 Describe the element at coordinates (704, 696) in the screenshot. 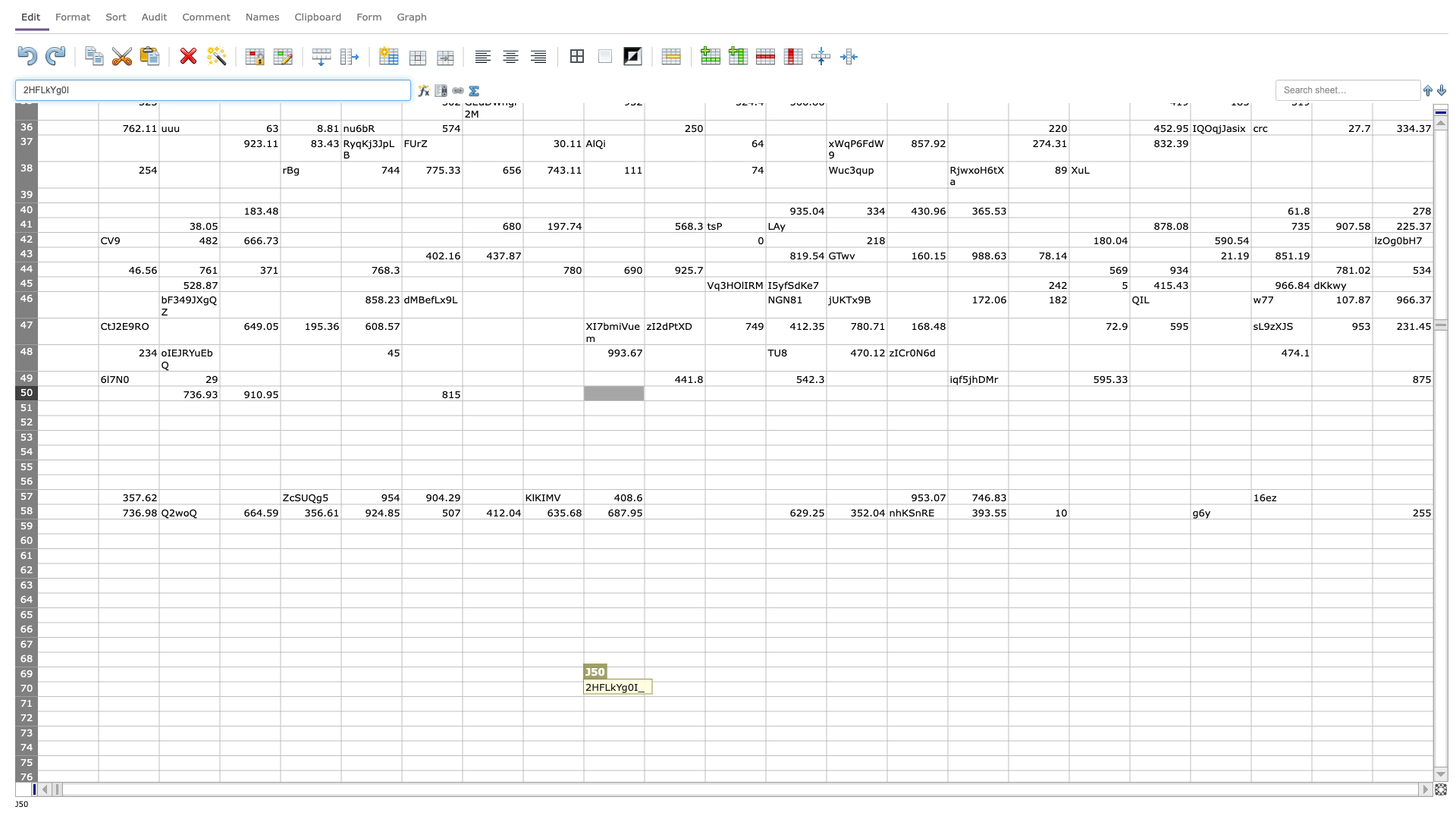

I see `Place cursor on fill handle point of K70` at that location.